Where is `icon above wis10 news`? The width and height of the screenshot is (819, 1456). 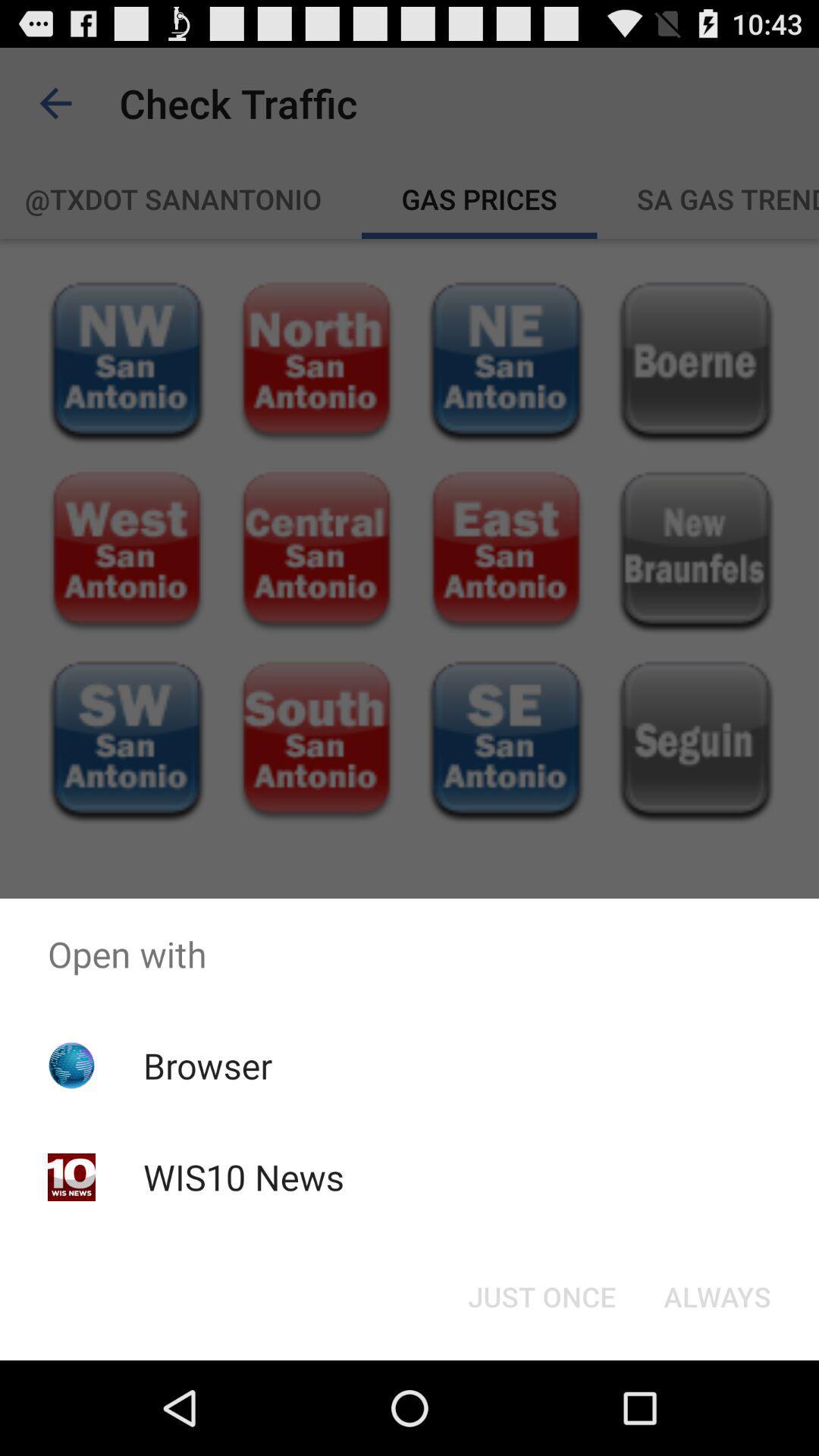 icon above wis10 news is located at coordinates (208, 1065).